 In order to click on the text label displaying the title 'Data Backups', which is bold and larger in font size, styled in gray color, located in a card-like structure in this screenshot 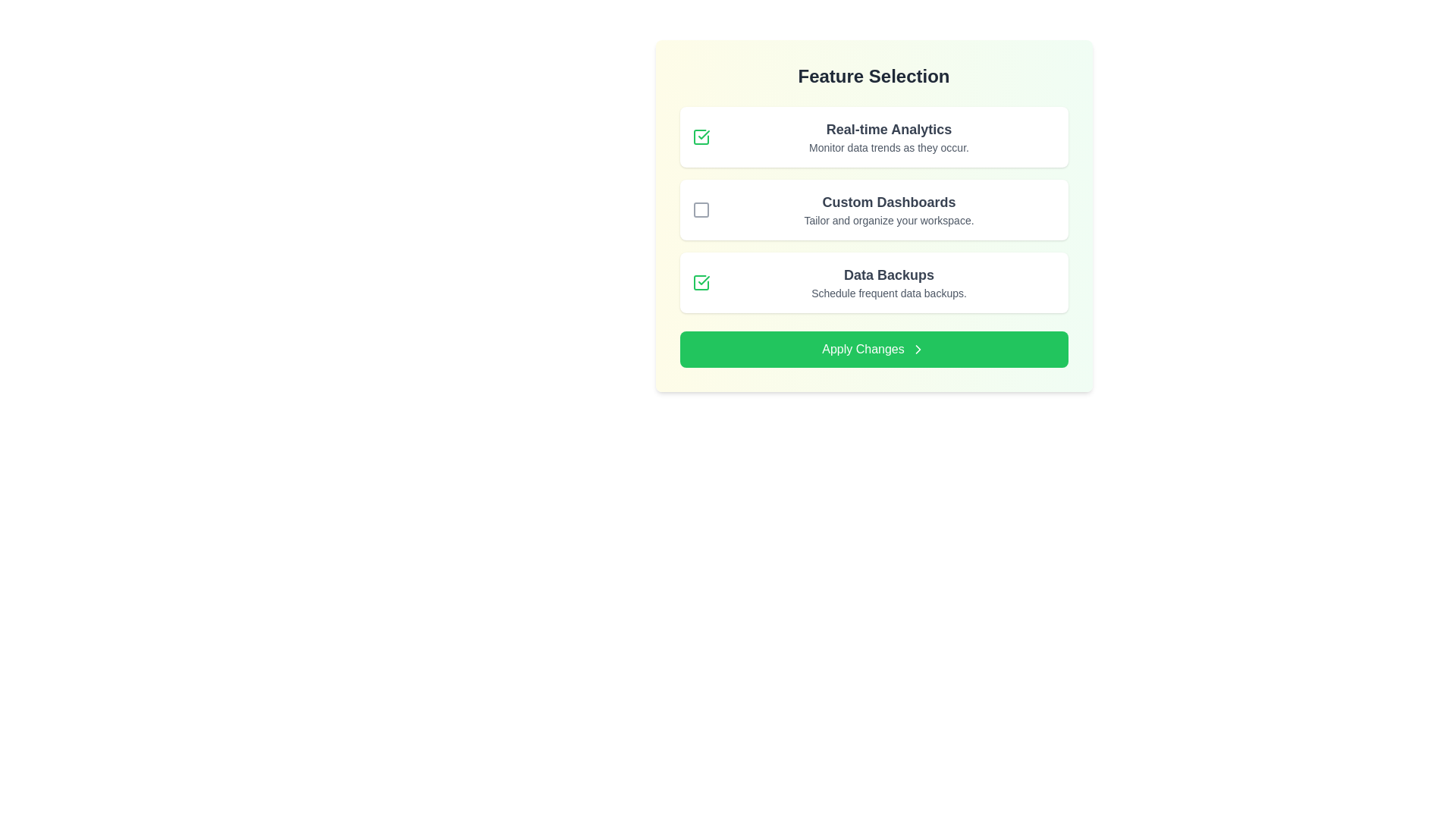, I will do `click(889, 275)`.